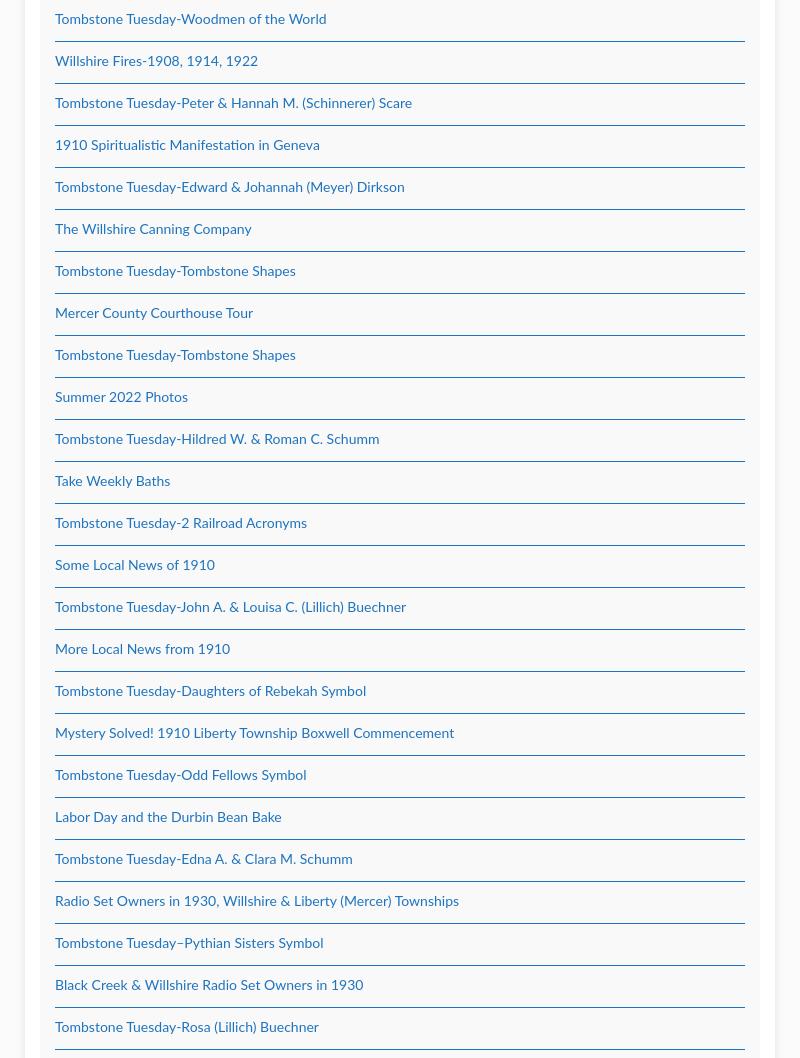 The image size is (800, 1058). I want to click on 'The Willshire Canning Company', so click(54, 230).